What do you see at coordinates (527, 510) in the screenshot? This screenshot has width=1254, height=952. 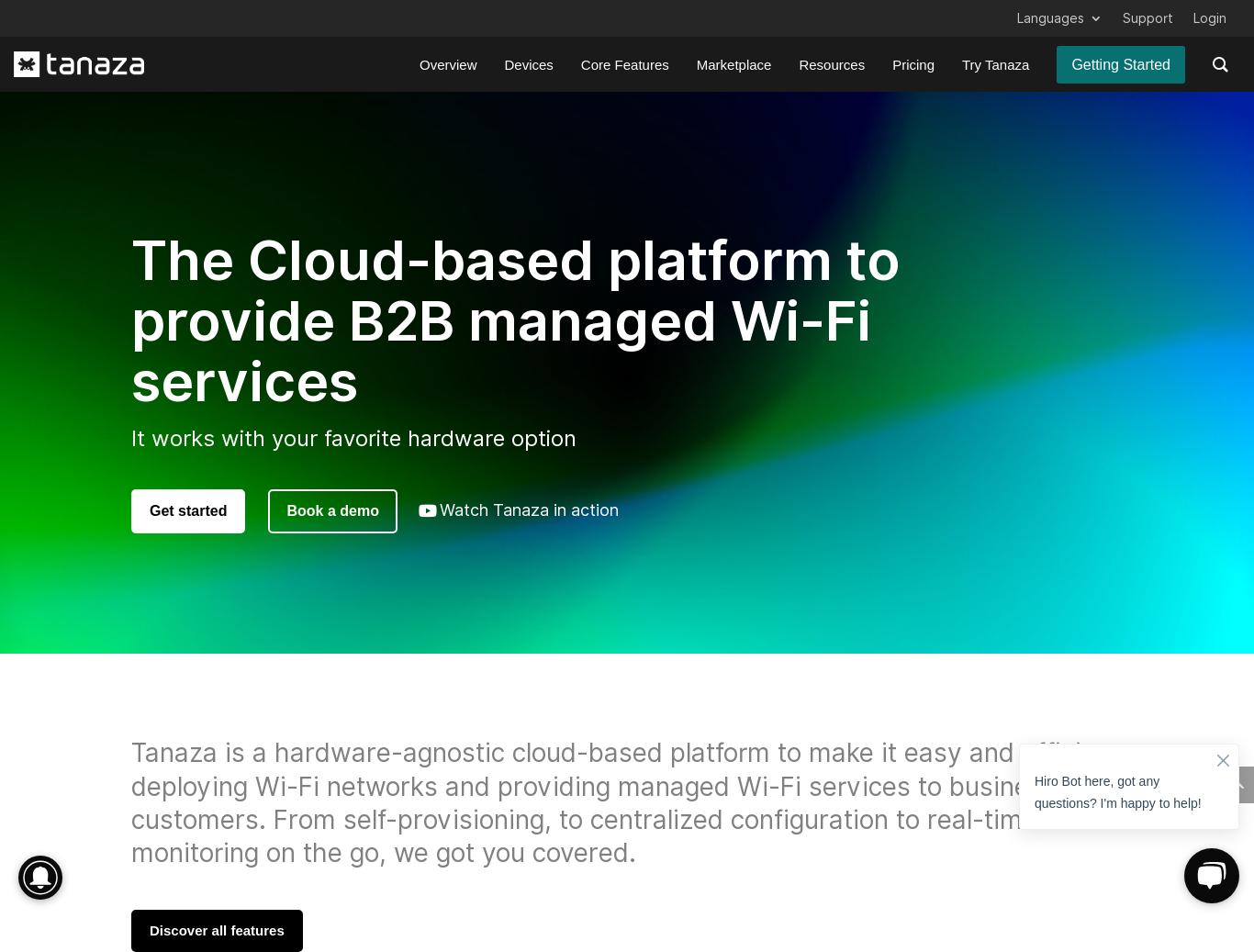 I see `'Watch Tanaza in action'` at bounding box center [527, 510].